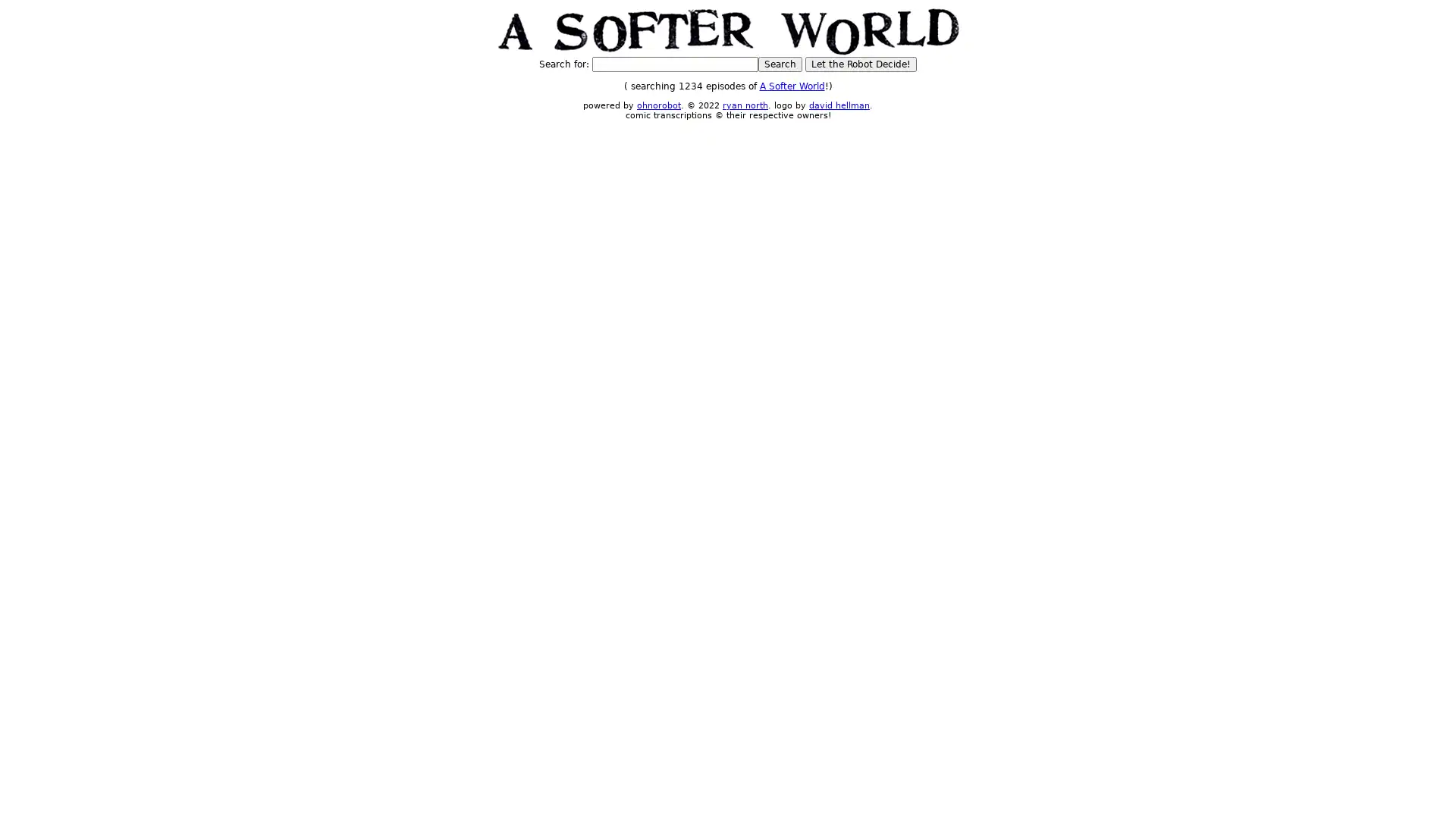 This screenshot has width=1456, height=819. Describe the element at coordinates (780, 63) in the screenshot. I see `Search` at that location.